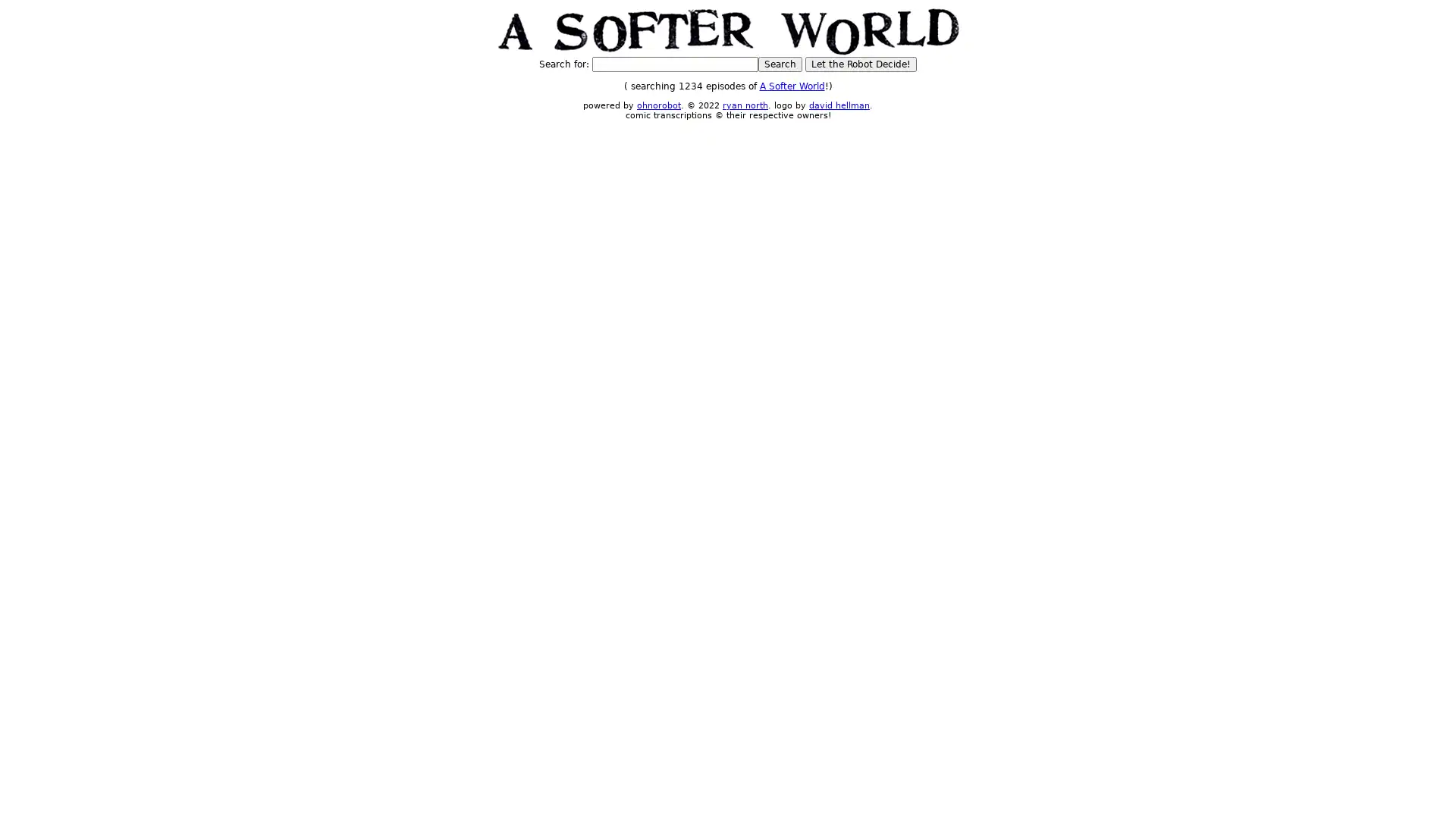 This screenshot has width=1456, height=819. Describe the element at coordinates (780, 63) in the screenshot. I see `Search` at that location.